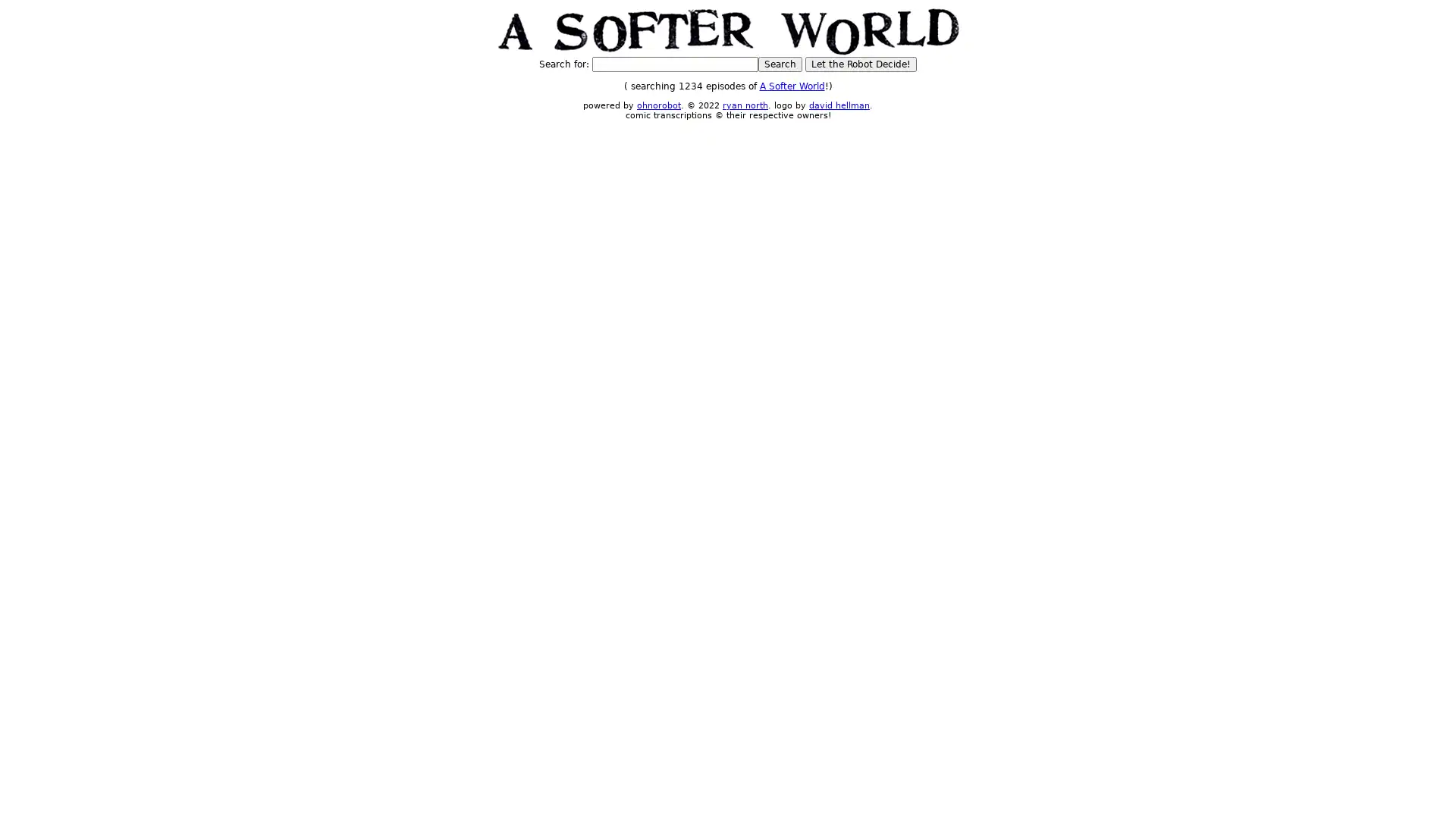 This screenshot has width=1456, height=819. Describe the element at coordinates (780, 63) in the screenshot. I see `Search` at that location.